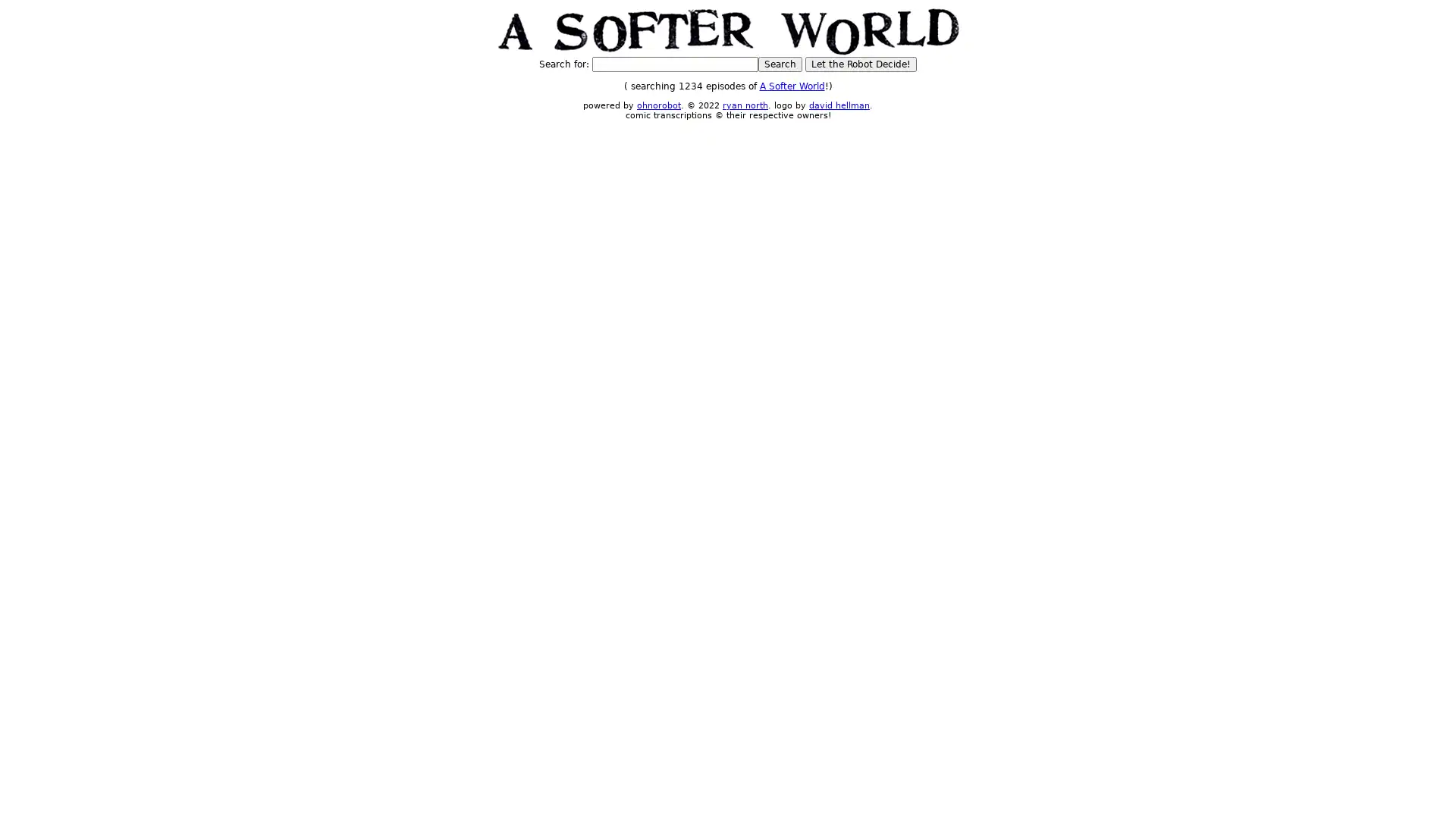 This screenshot has width=1456, height=819. Describe the element at coordinates (780, 63) in the screenshot. I see `Search` at that location.